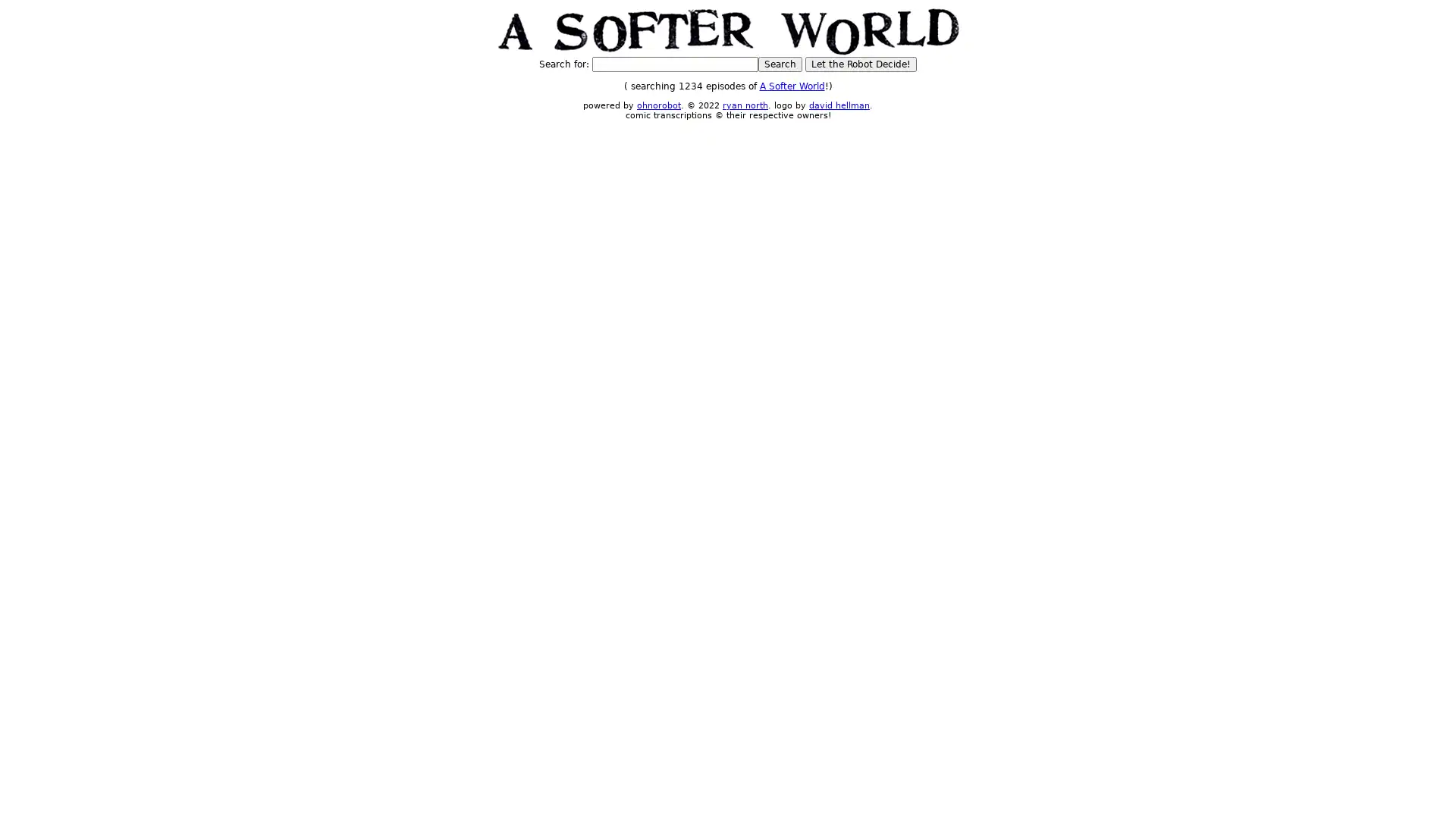 This screenshot has width=1456, height=819. Describe the element at coordinates (780, 63) in the screenshot. I see `Search` at that location.